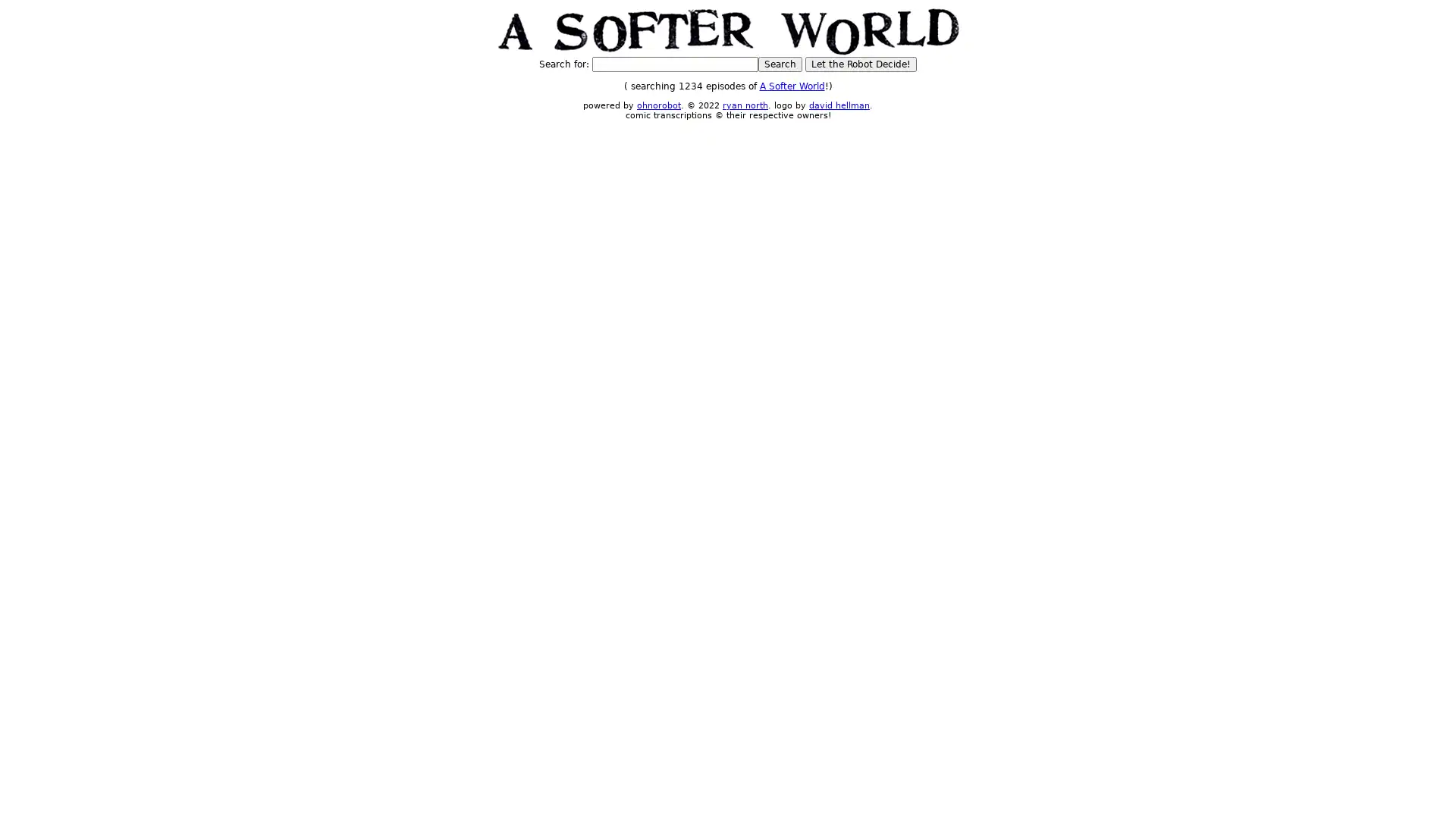 This screenshot has width=1456, height=819. Describe the element at coordinates (780, 63) in the screenshot. I see `Search` at that location.